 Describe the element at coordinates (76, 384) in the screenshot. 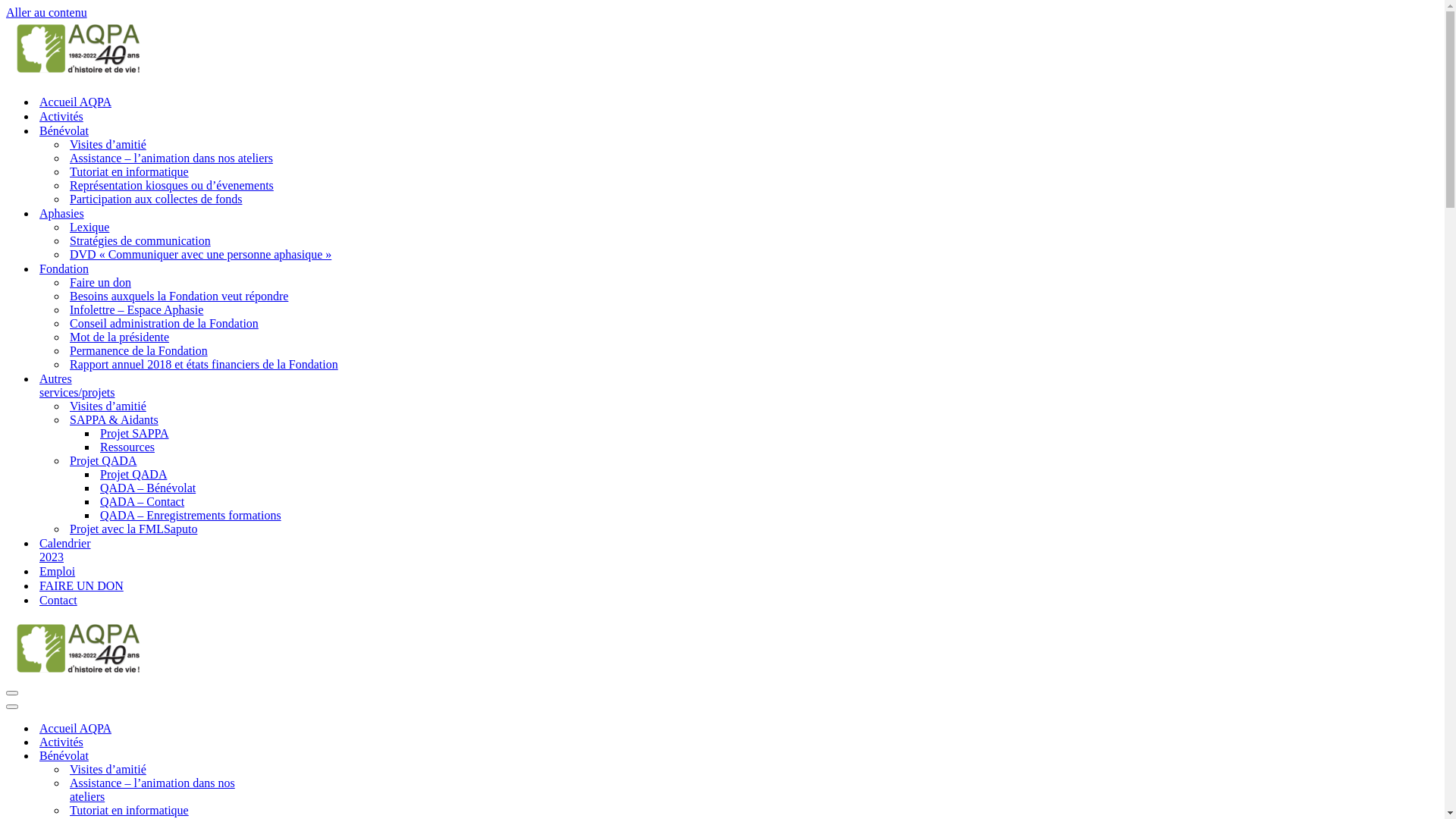

I see `'Autres` at that location.